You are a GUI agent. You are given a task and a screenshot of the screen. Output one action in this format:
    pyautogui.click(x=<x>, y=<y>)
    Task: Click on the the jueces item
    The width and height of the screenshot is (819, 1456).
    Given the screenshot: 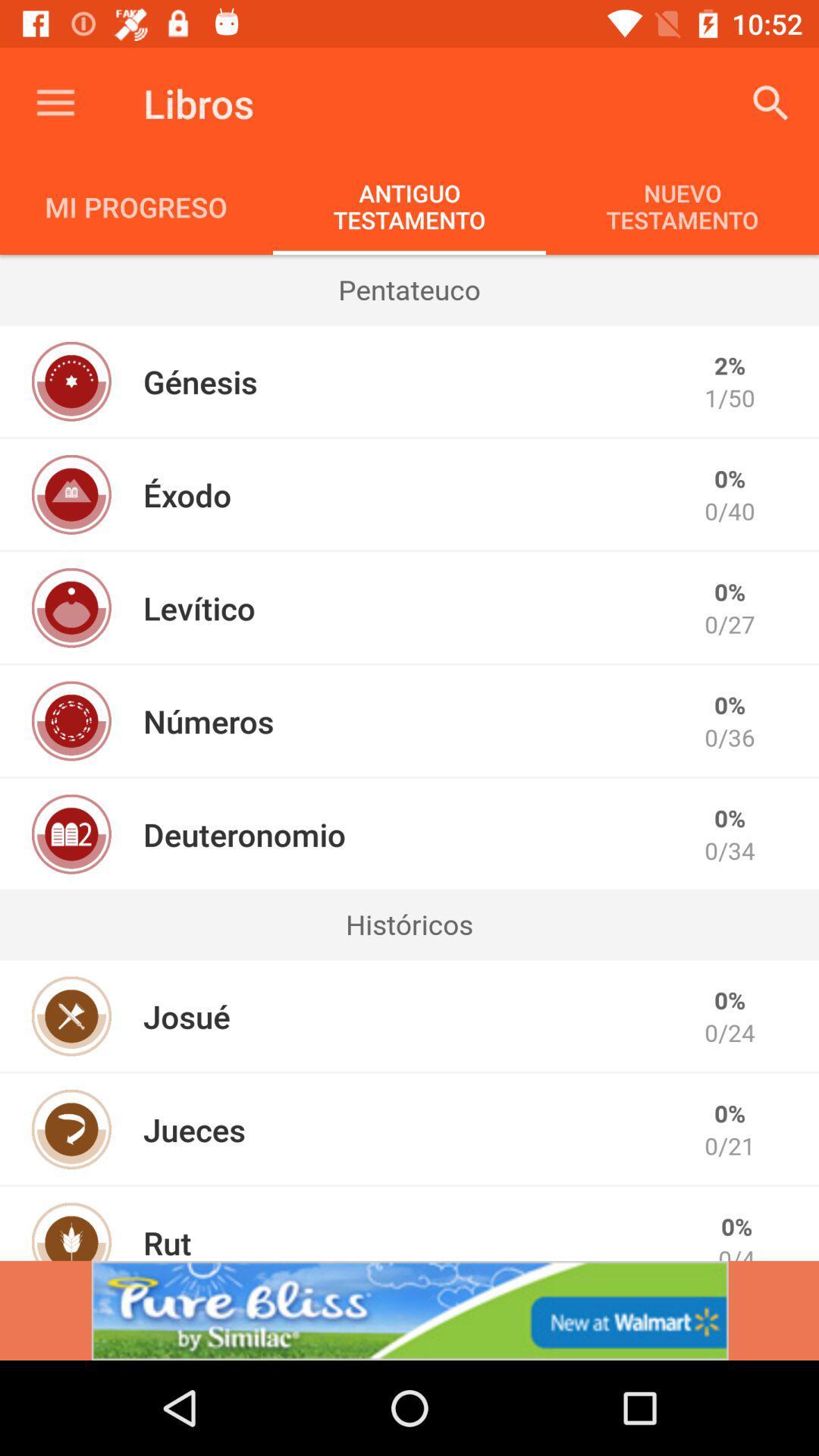 What is the action you would take?
    pyautogui.click(x=193, y=1129)
    